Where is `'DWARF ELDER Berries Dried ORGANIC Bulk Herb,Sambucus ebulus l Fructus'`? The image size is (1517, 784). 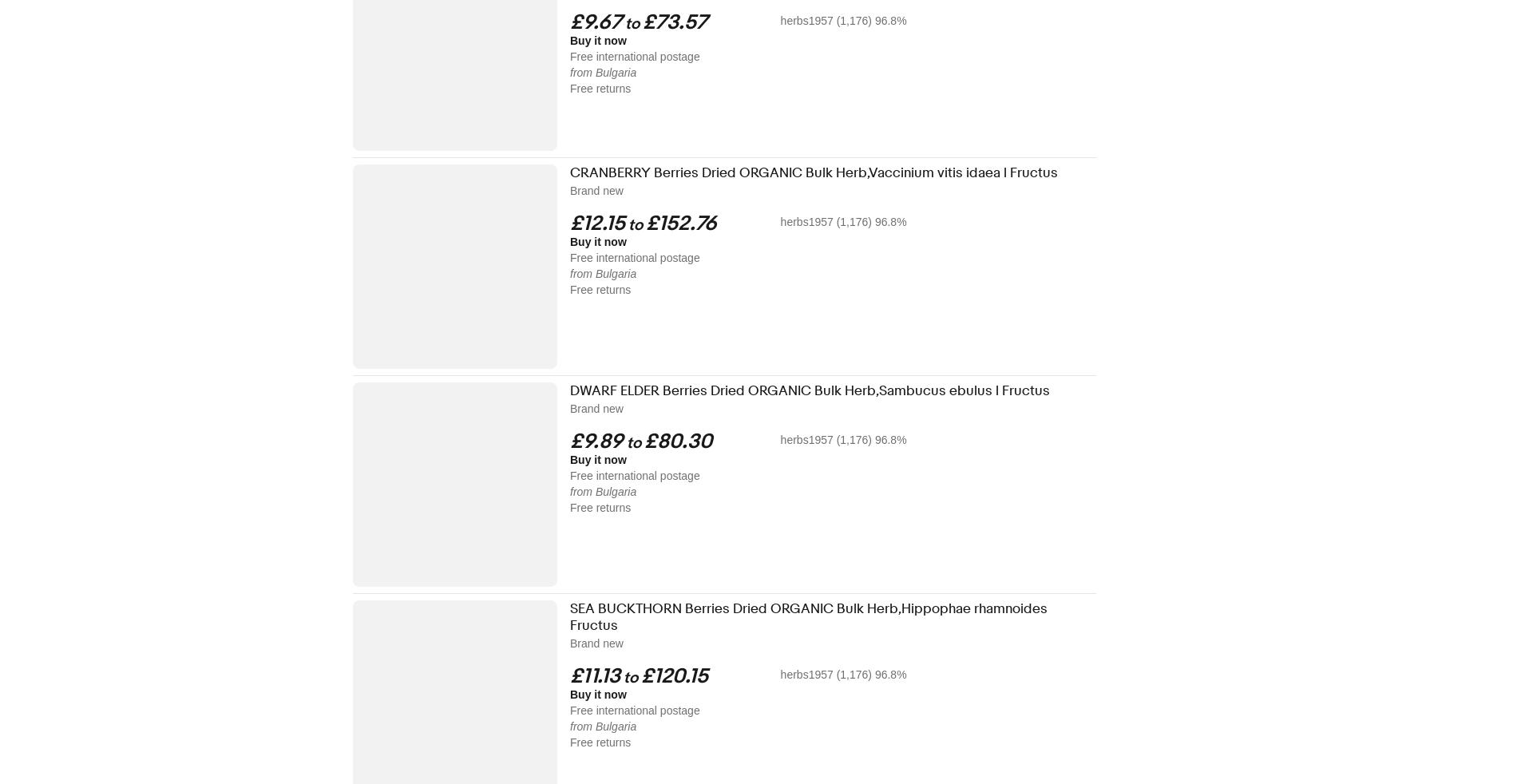 'DWARF ELDER Berries Dried ORGANIC Bulk Herb,Sambucus ebulus l Fructus' is located at coordinates (810, 390).